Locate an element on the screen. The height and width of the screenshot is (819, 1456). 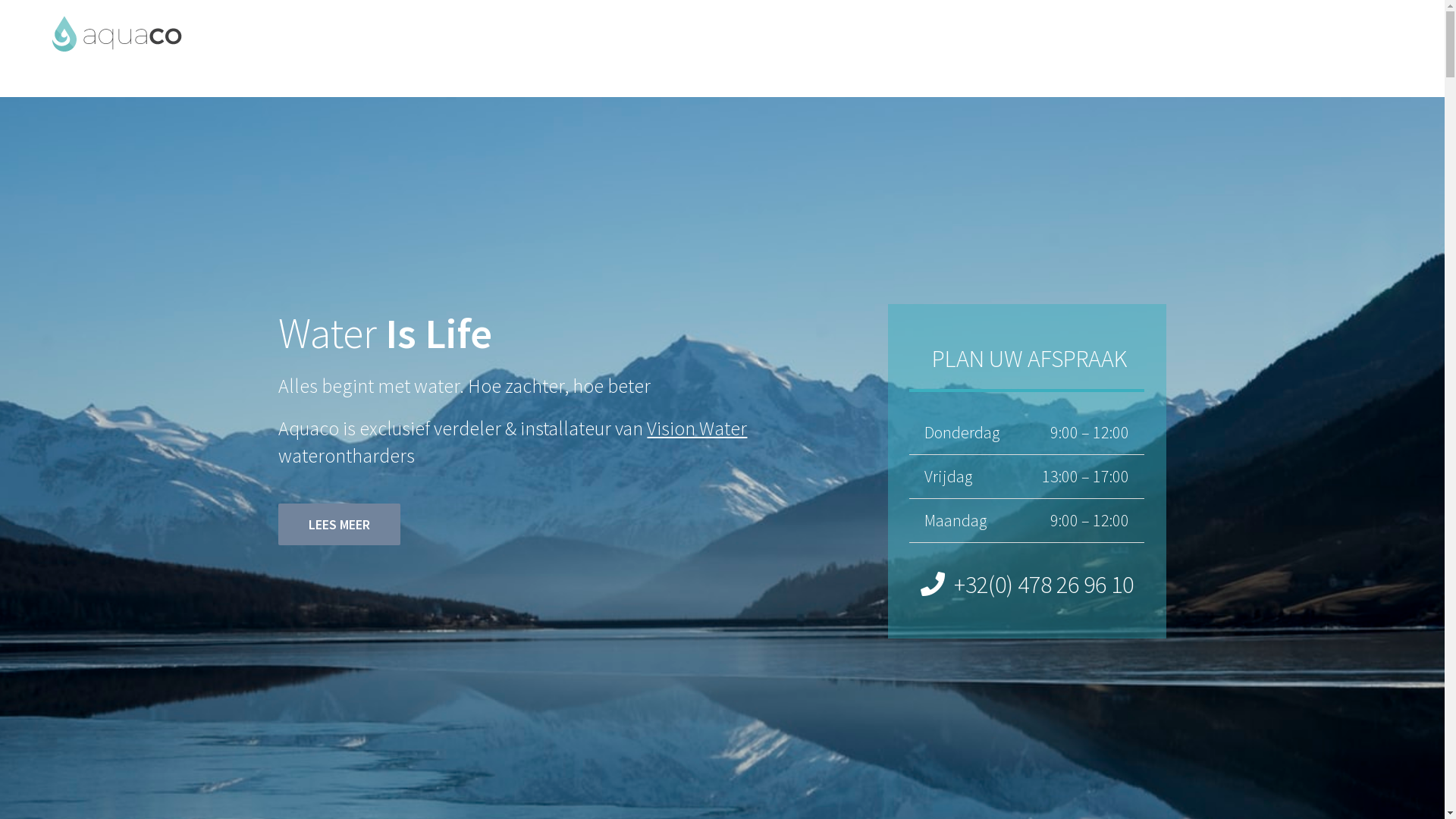
'LEES MEER' is located at coordinates (338, 523).